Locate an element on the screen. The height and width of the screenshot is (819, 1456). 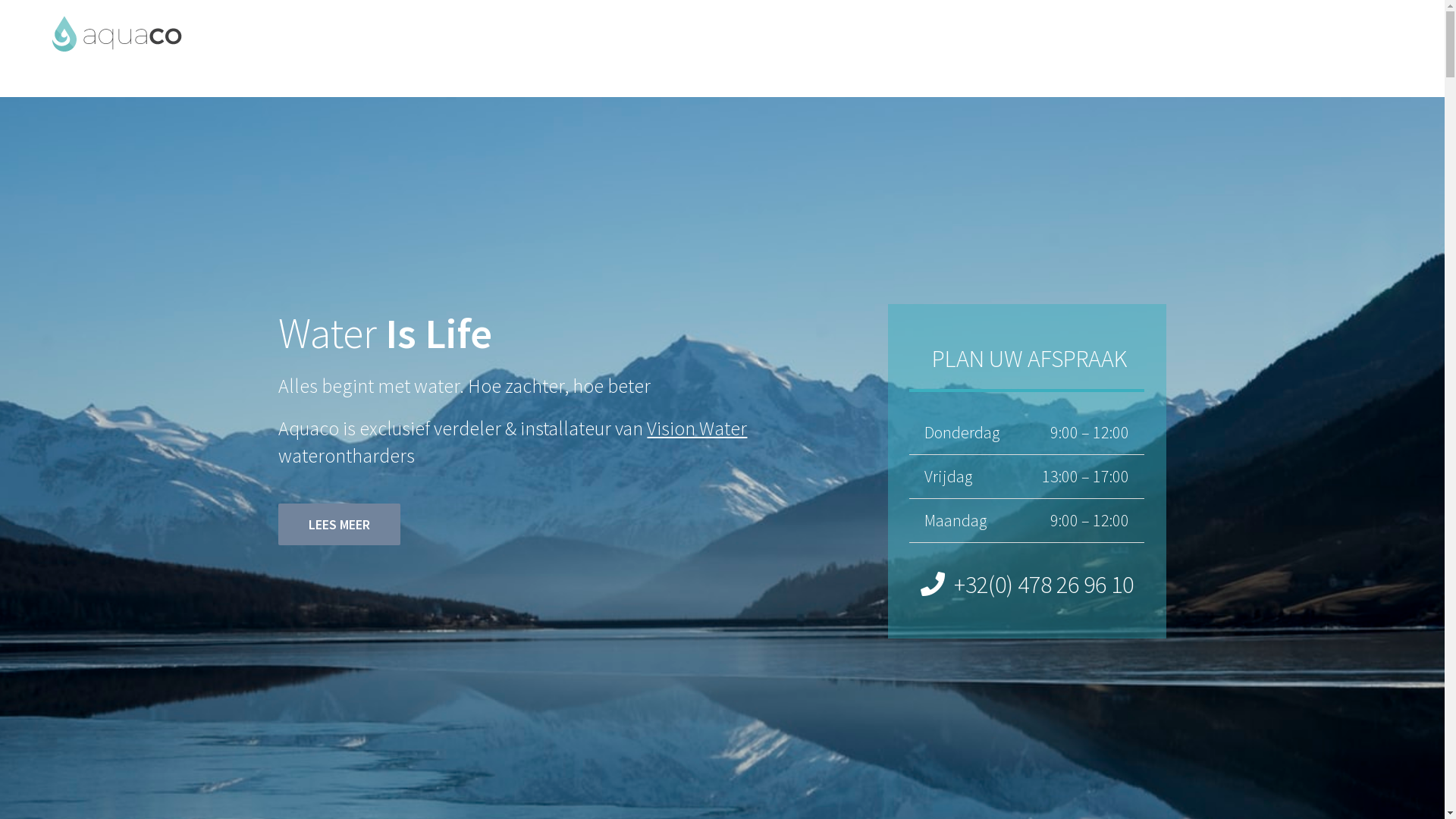
'LEES MEER' is located at coordinates (338, 523).